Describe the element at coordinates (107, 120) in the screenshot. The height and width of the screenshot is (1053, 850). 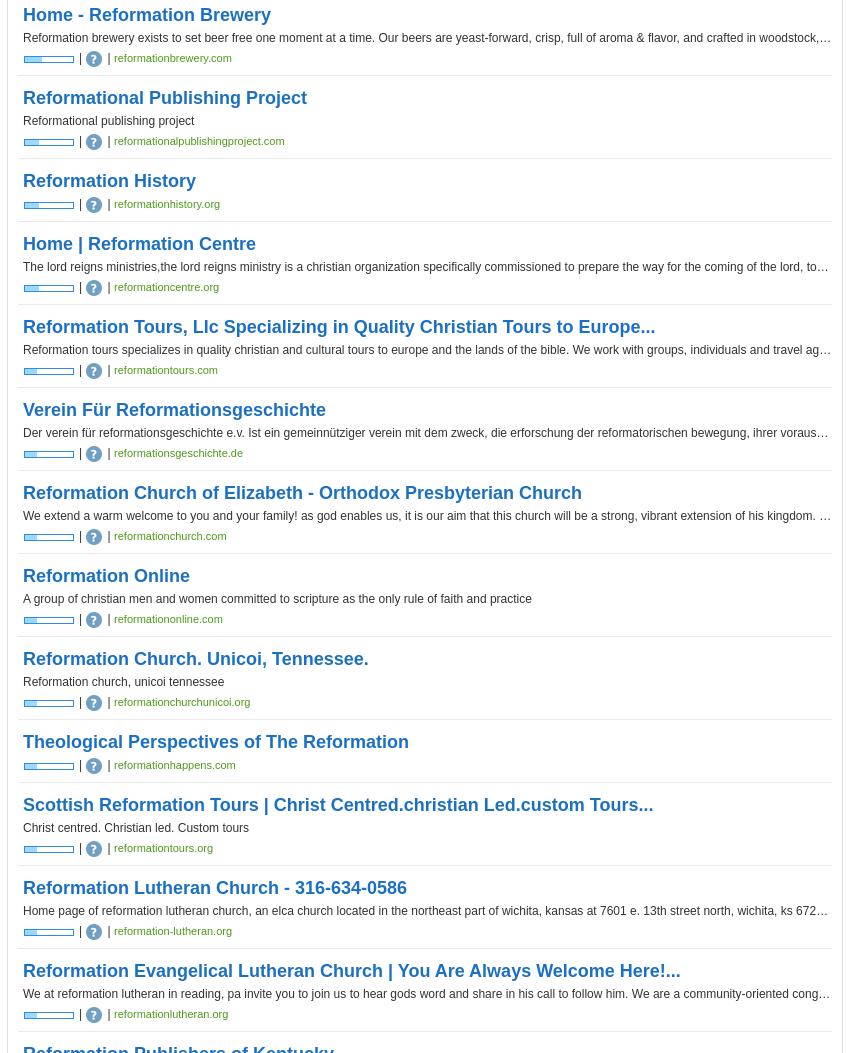
I see `'Reformational publishing project'` at that location.